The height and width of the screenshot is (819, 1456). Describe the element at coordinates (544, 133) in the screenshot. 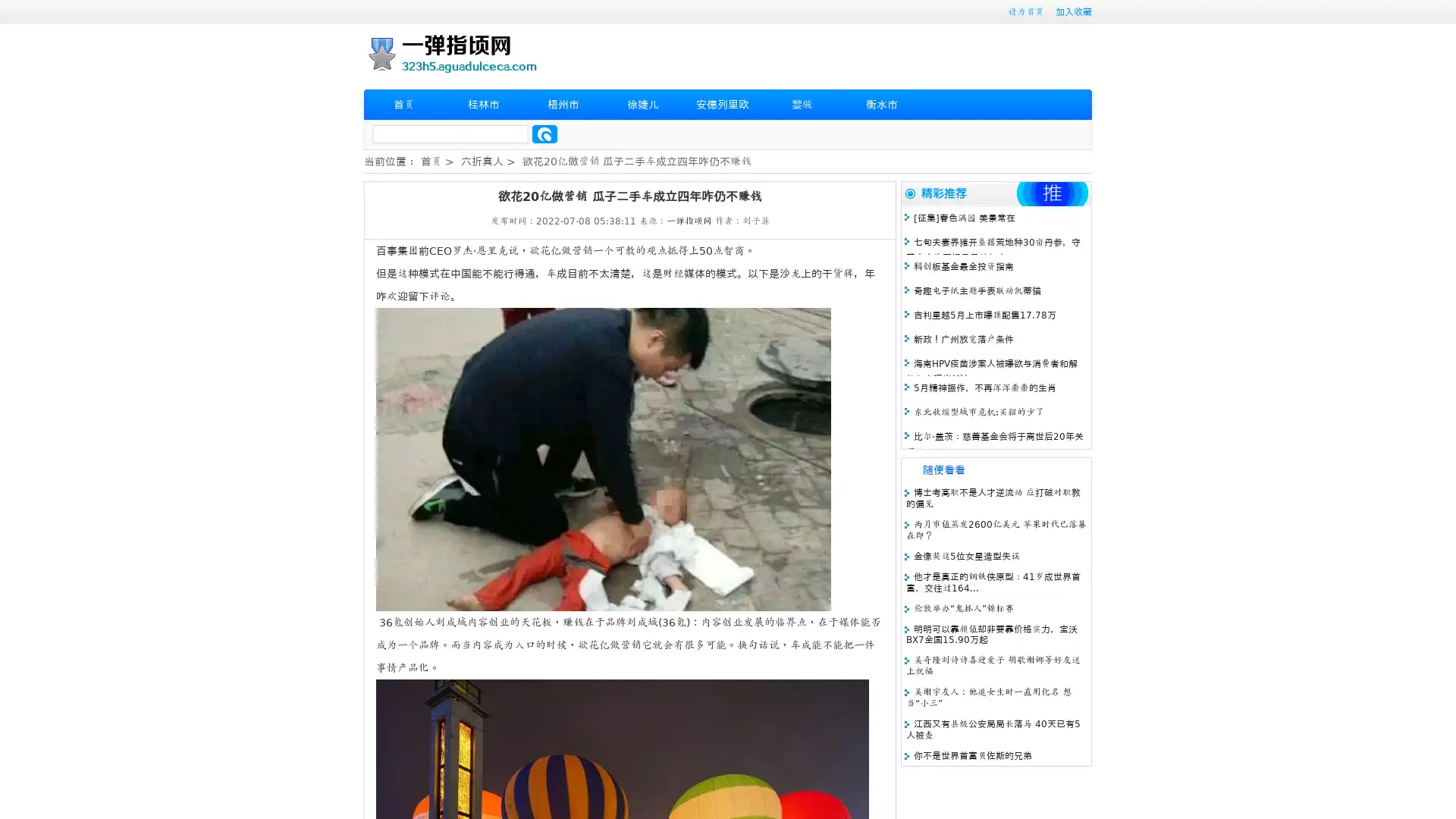

I see `Search` at that location.